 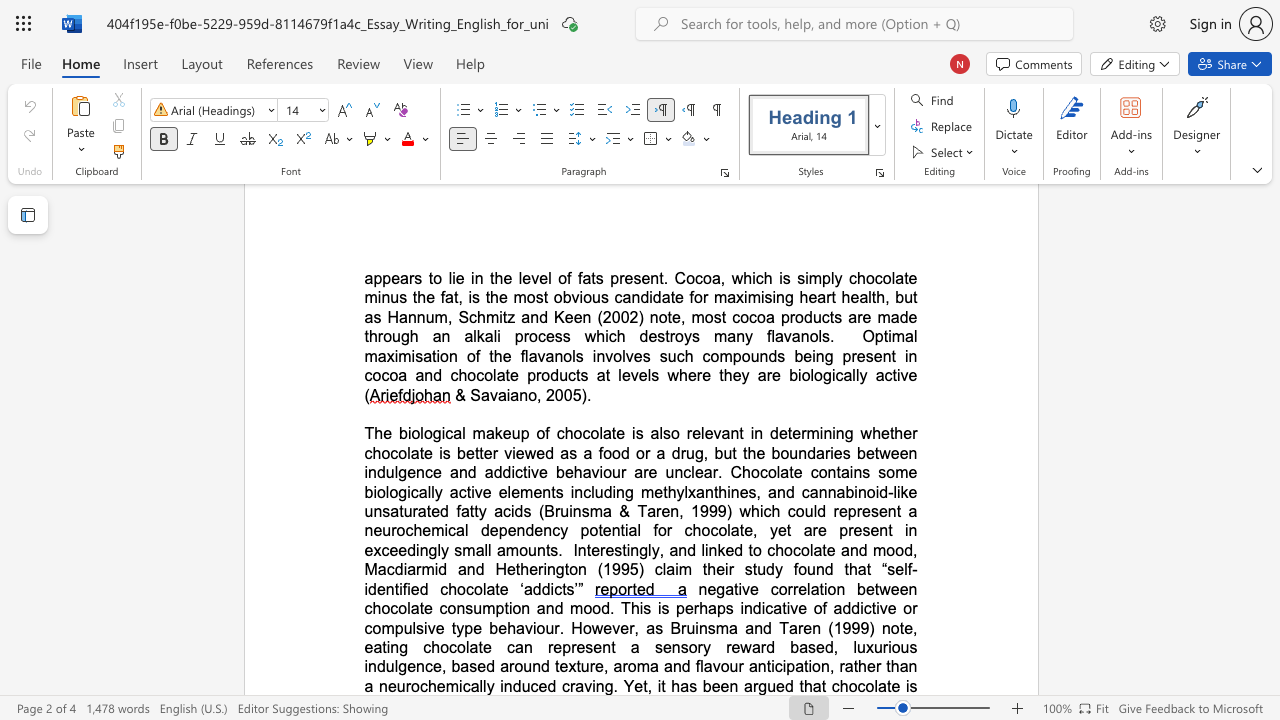 What do you see at coordinates (547, 685) in the screenshot?
I see `the subset text "d craving. Yet, it has been argued that cho" within the text "and flavour anticipation, rather than a neurochemically induced craving. Yet, it has been argued that chocolate"` at bounding box center [547, 685].